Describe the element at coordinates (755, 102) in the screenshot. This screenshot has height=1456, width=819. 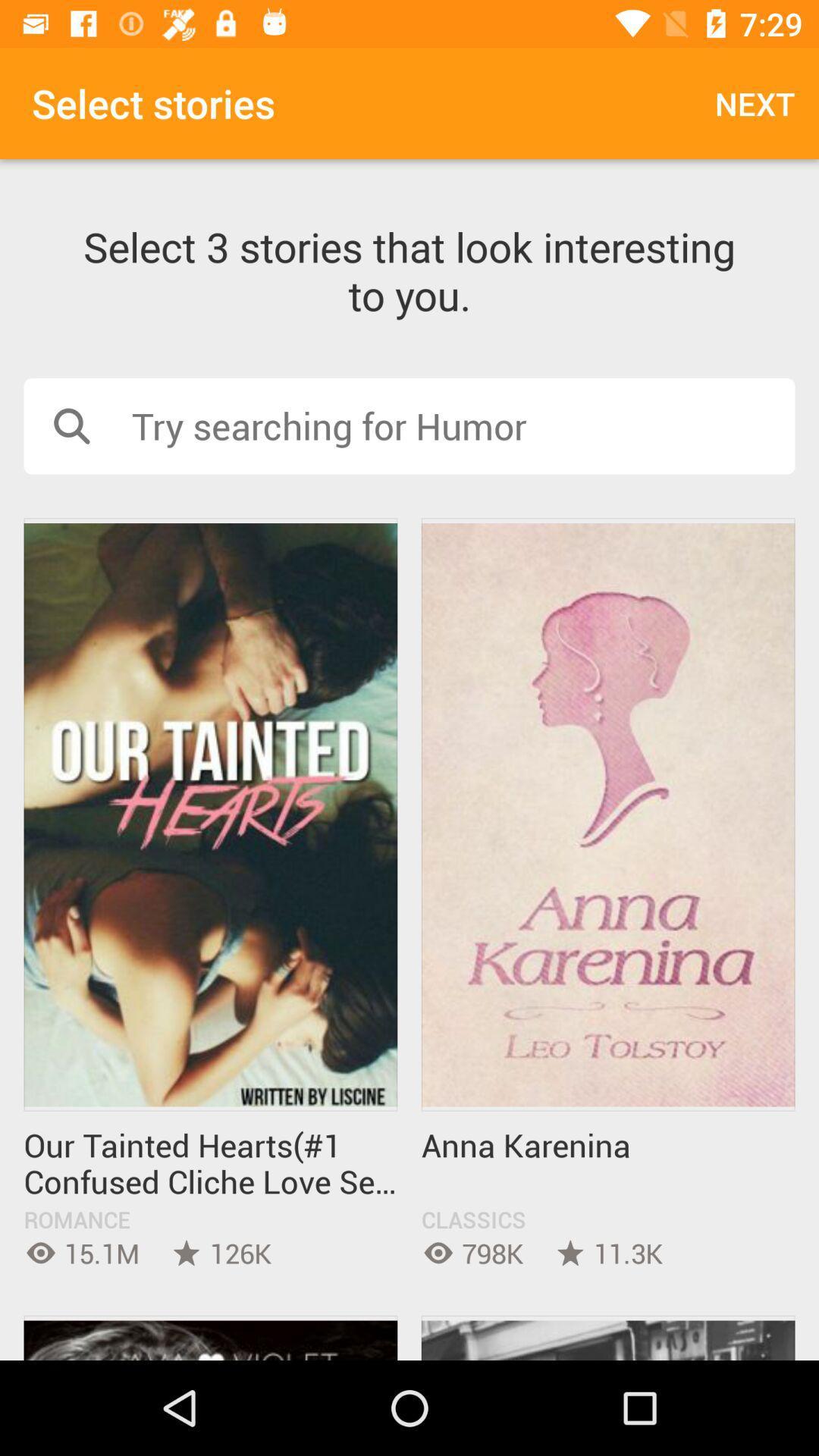
I see `the next icon` at that location.